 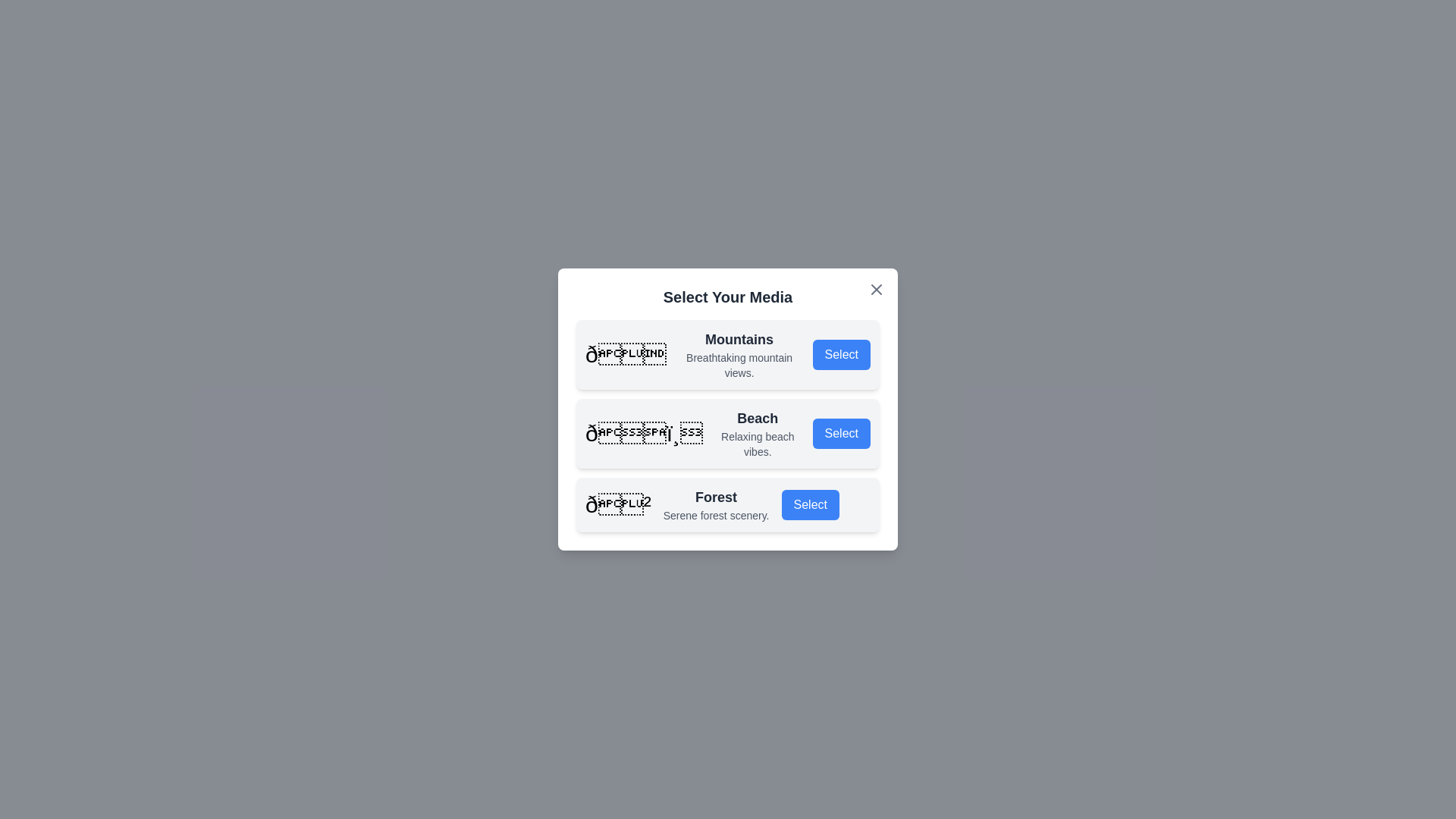 What do you see at coordinates (840, 433) in the screenshot?
I see `'Select' button for the specified media option Beach` at bounding box center [840, 433].